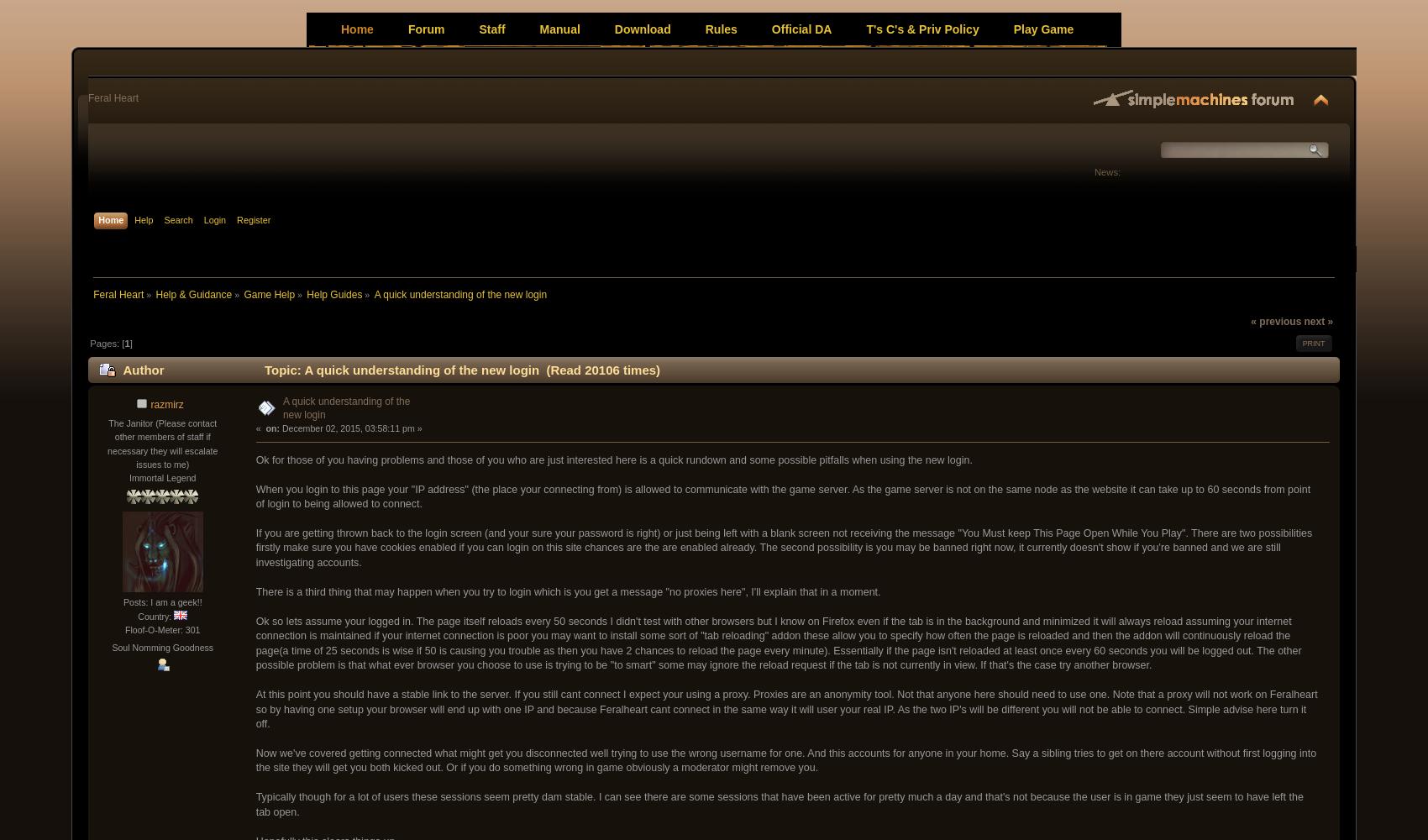  Describe the element at coordinates (1095, 171) in the screenshot. I see `'News:'` at that location.